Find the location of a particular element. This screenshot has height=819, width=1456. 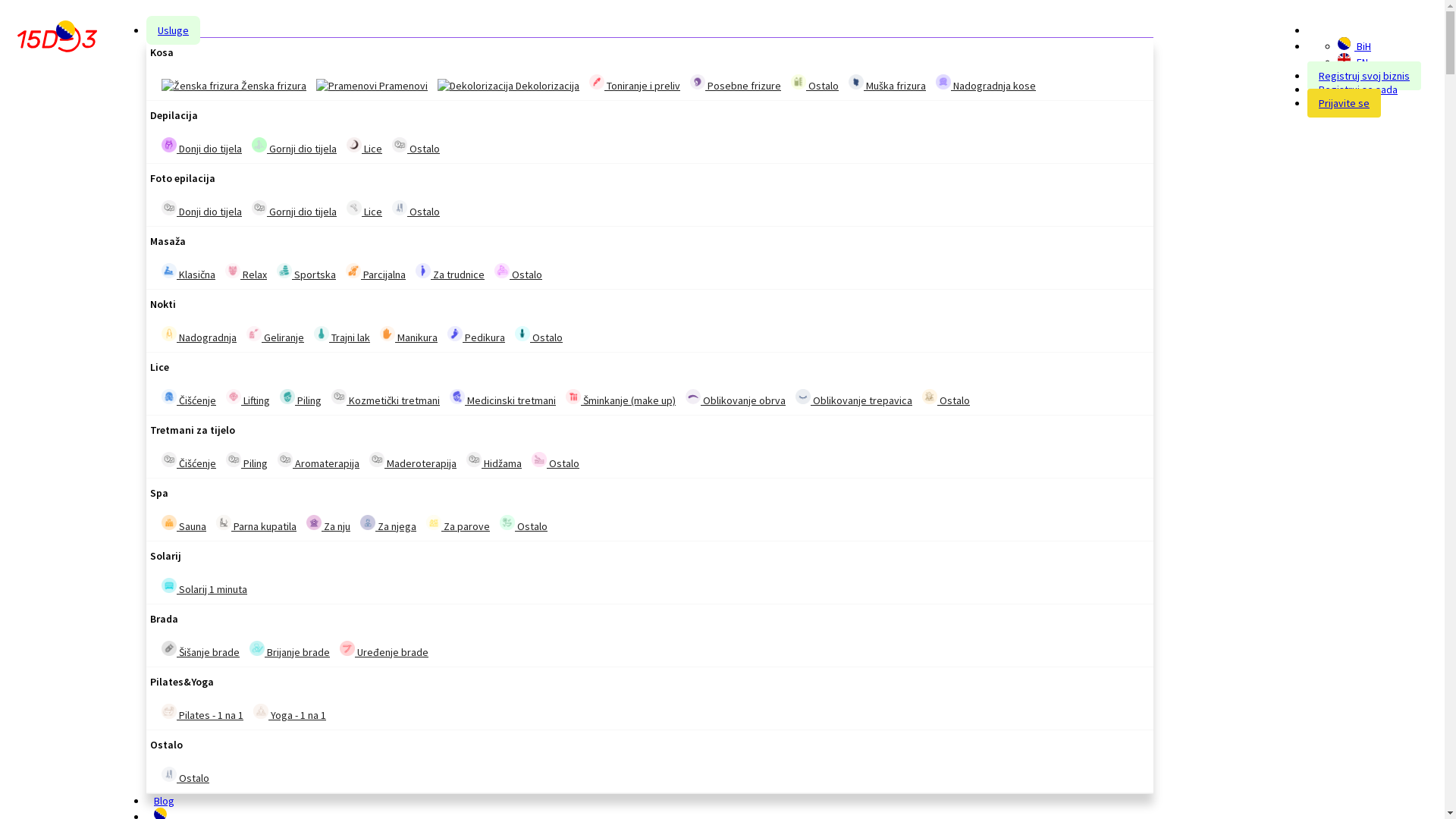

'Yoga - 1 na 1' is located at coordinates (253, 711).